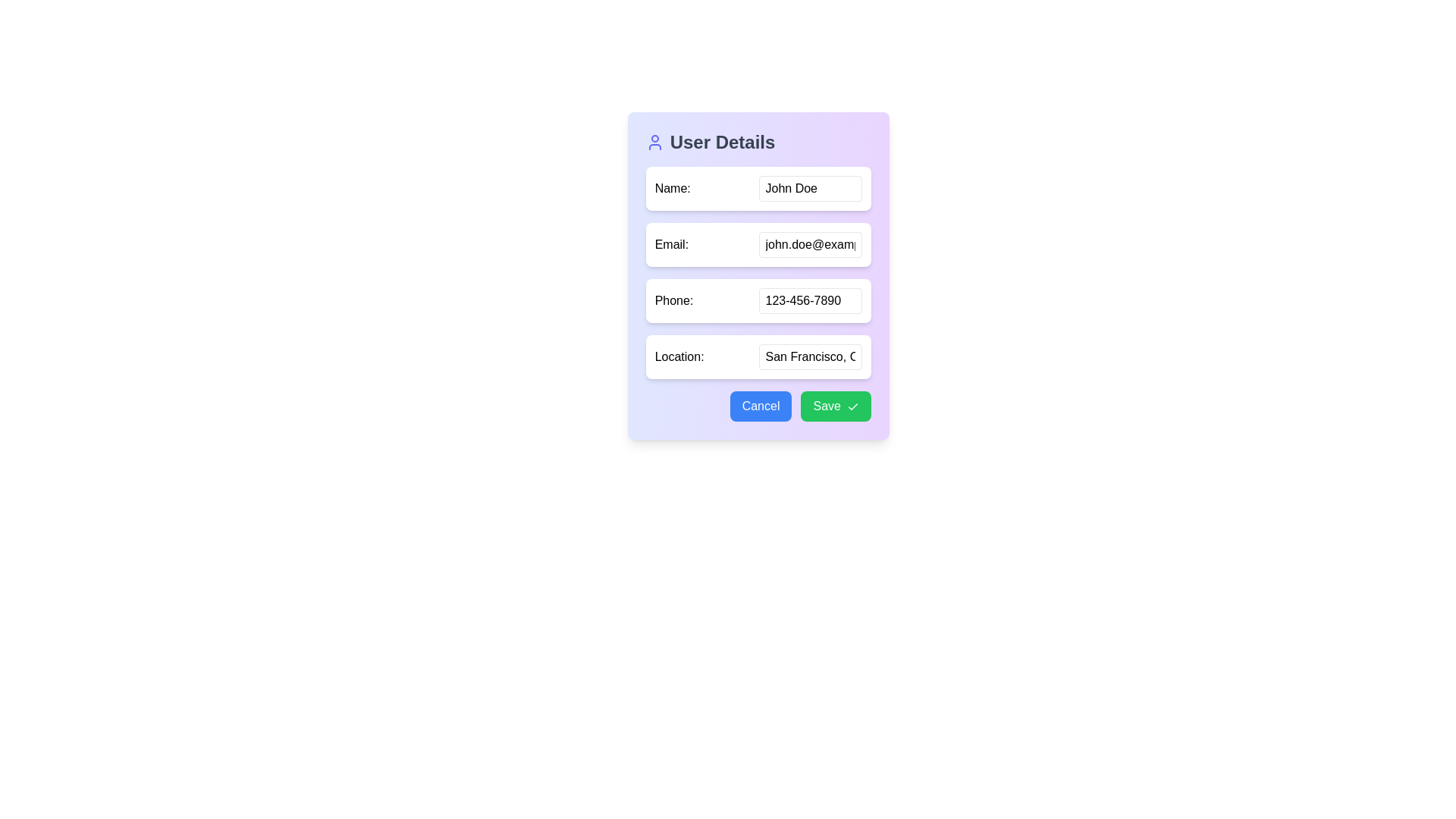 The width and height of the screenshot is (1456, 819). Describe the element at coordinates (654, 143) in the screenshot. I see `the user figure icon styled with rounded edges and filled with a blue hue, located next to the 'User Details' text in the header area` at that location.